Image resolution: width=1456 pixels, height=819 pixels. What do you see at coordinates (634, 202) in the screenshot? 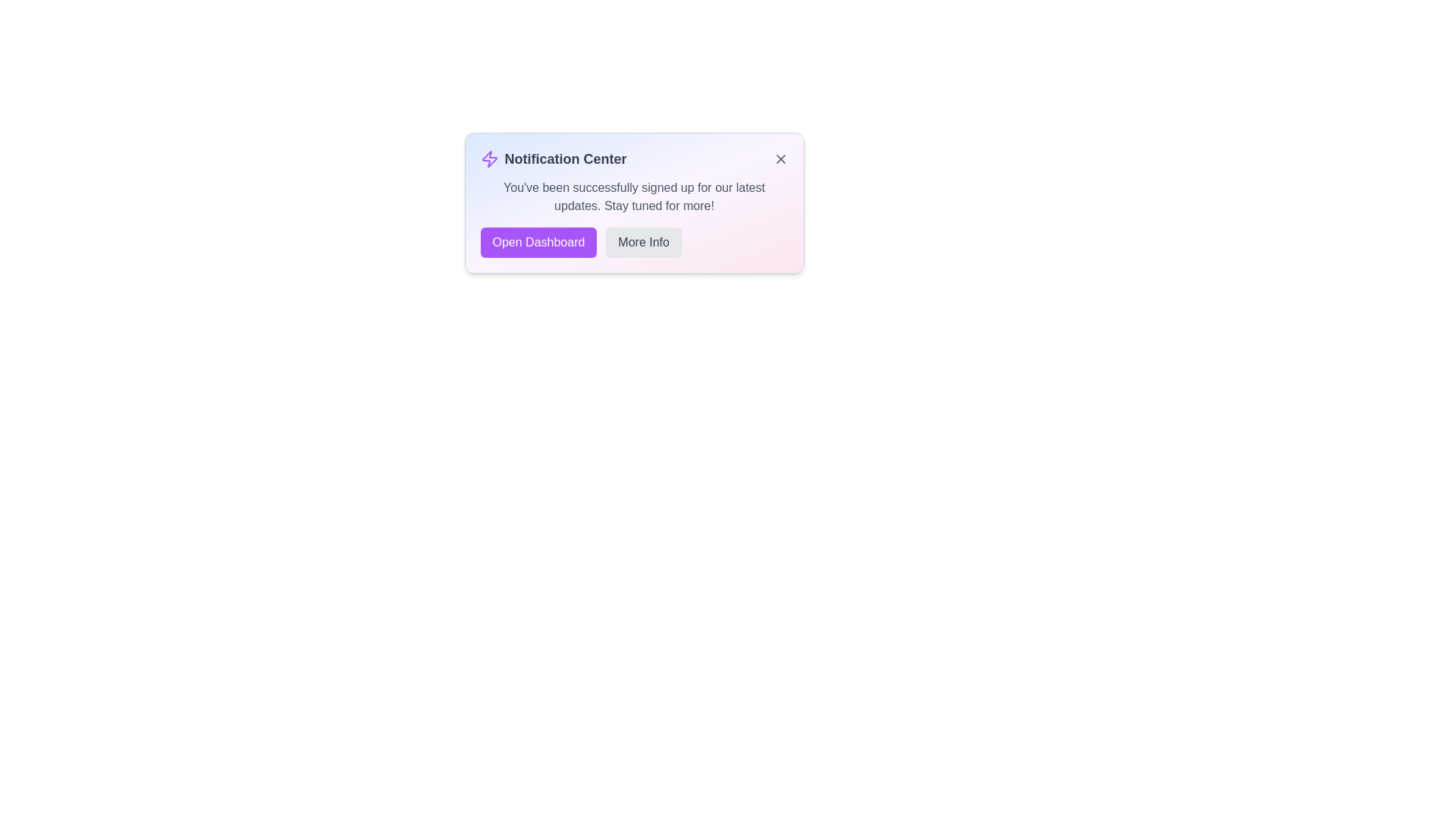
I see `the notification component to trigger additional effects` at bounding box center [634, 202].